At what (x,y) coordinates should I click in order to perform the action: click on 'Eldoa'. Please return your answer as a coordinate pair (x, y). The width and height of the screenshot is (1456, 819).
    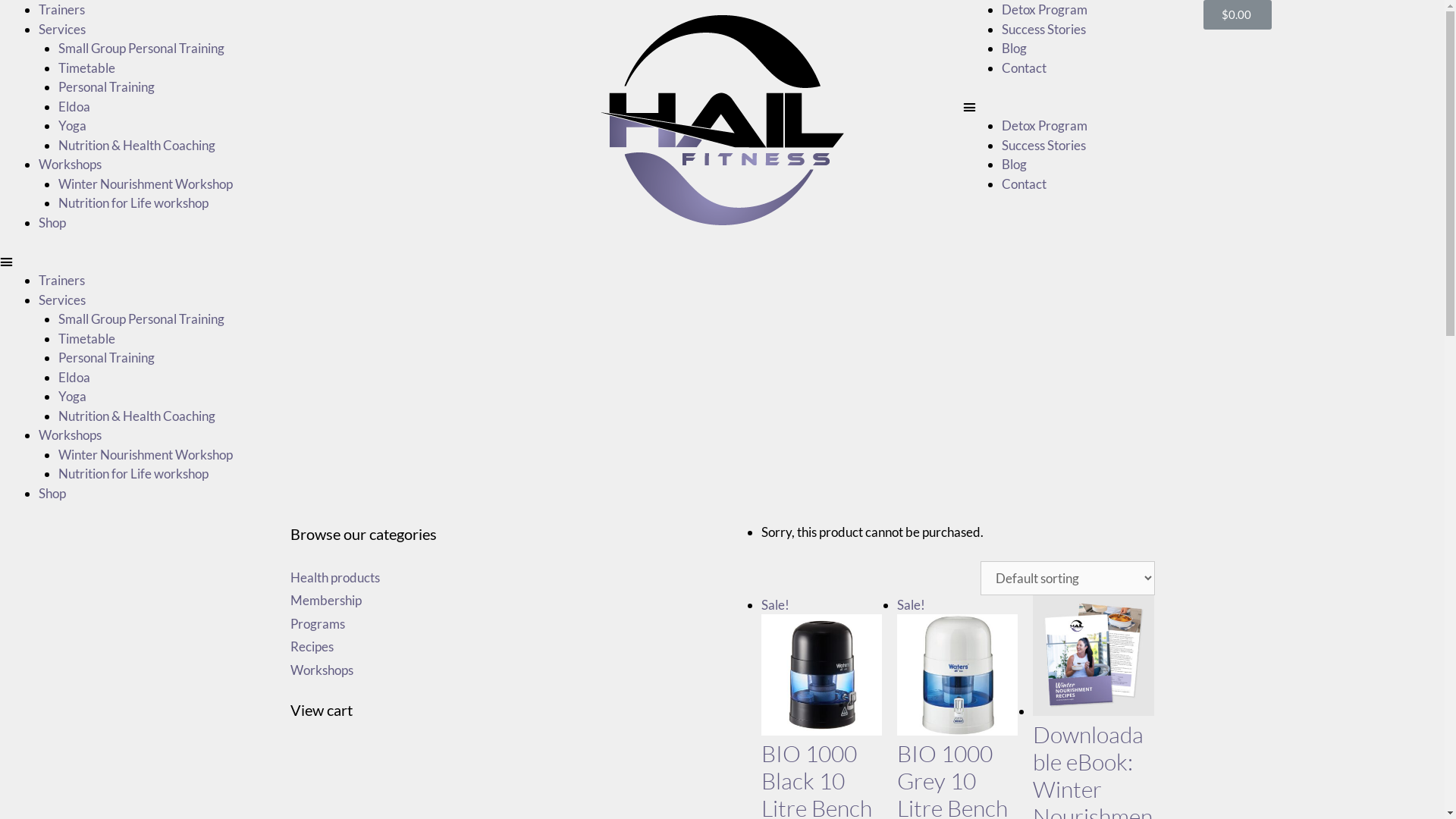
    Looking at the image, I should click on (72, 105).